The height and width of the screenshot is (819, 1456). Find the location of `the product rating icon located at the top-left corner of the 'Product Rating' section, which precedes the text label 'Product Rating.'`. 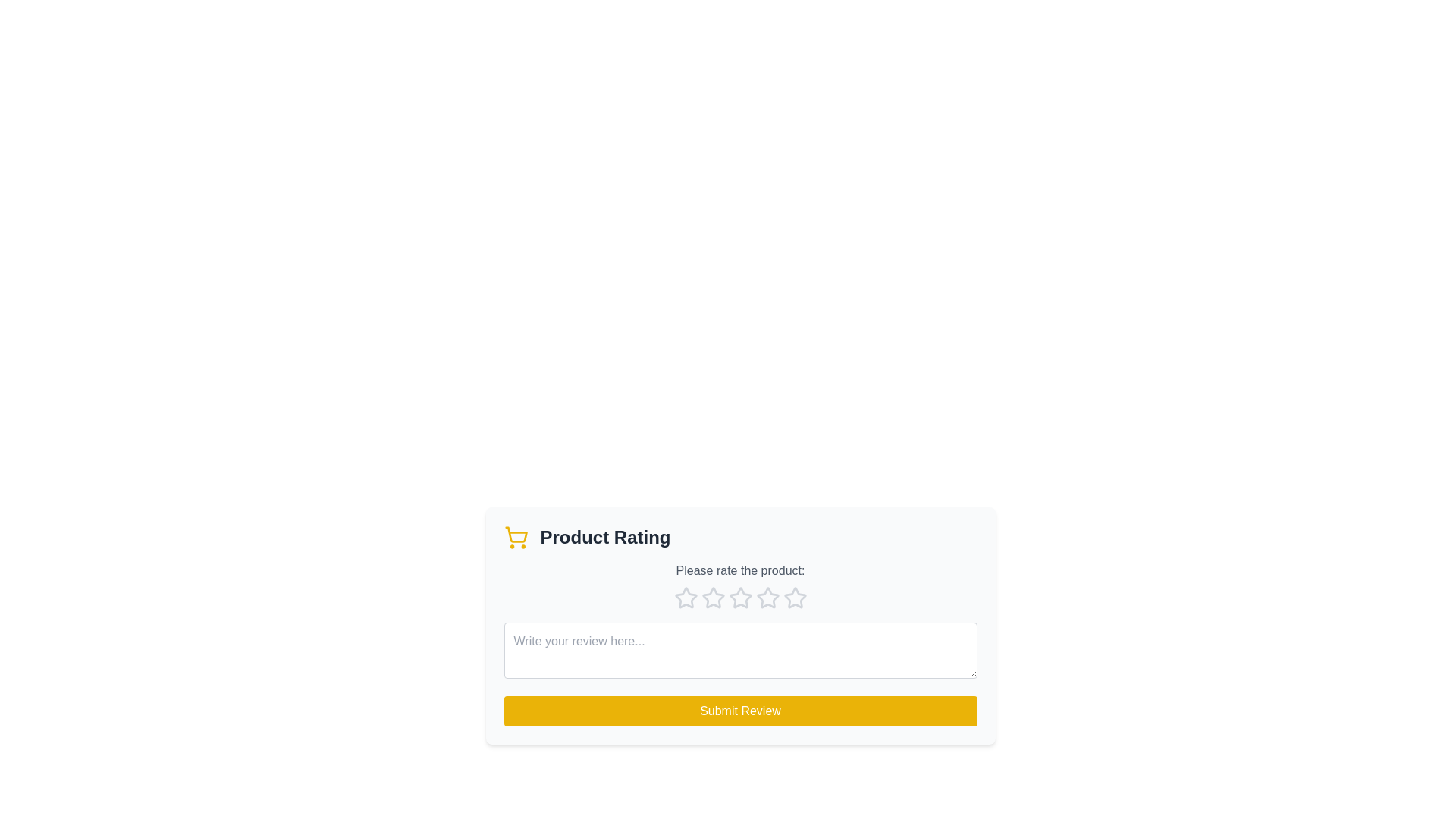

the product rating icon located at the top-left corner of the 'Product Rating' section, which precedes the text label 'Product Rating.' is located at coordinates (516, 537).